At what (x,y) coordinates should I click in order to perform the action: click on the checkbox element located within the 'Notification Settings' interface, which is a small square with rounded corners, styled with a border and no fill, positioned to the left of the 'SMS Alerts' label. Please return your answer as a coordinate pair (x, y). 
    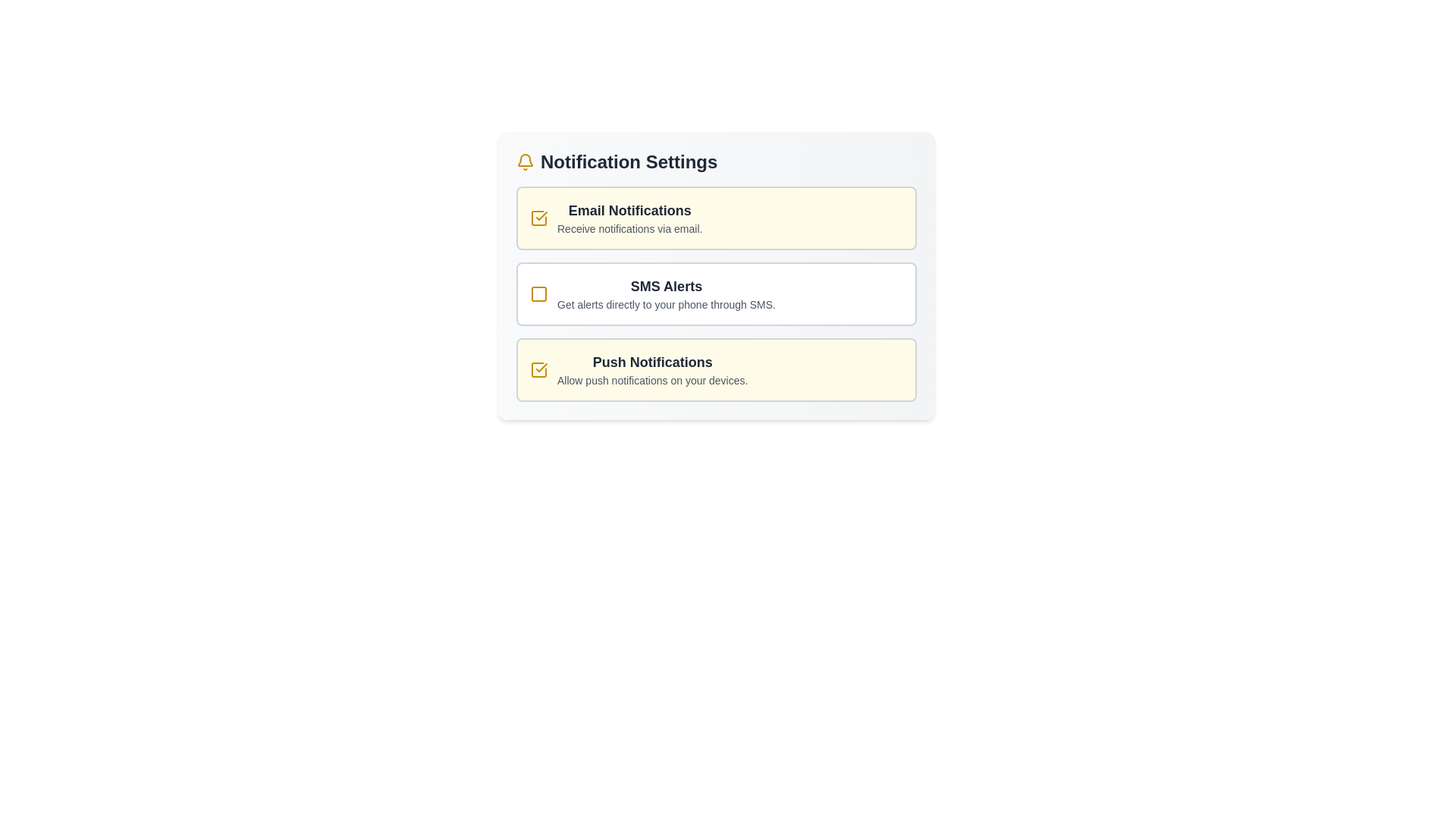
    Looking at the image, I should click on (538, 294).